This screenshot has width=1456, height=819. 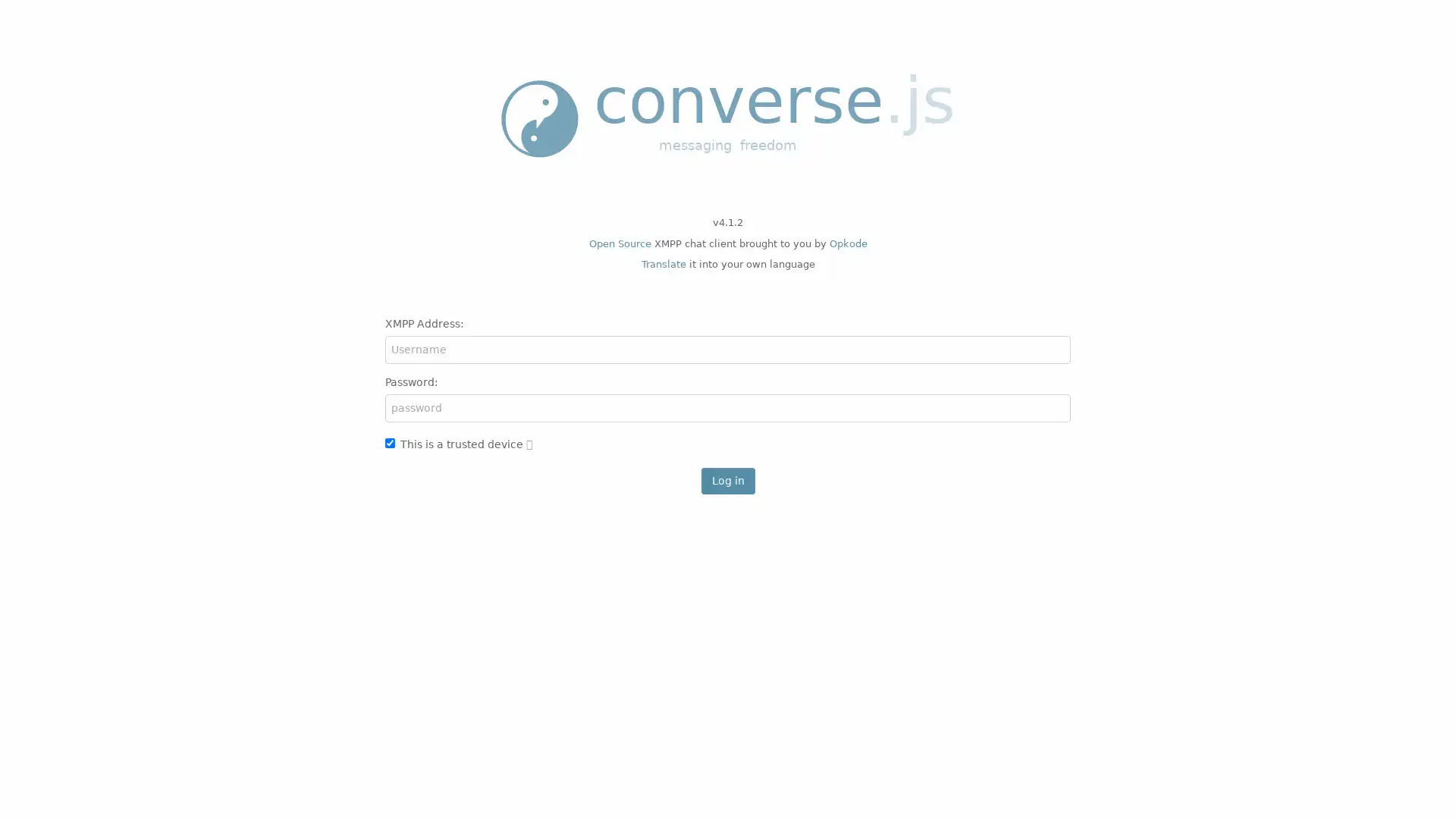 What do you see at coordinates (726, 480) in the screenshot?
I see `Log in` at bounding box center [726, 480].